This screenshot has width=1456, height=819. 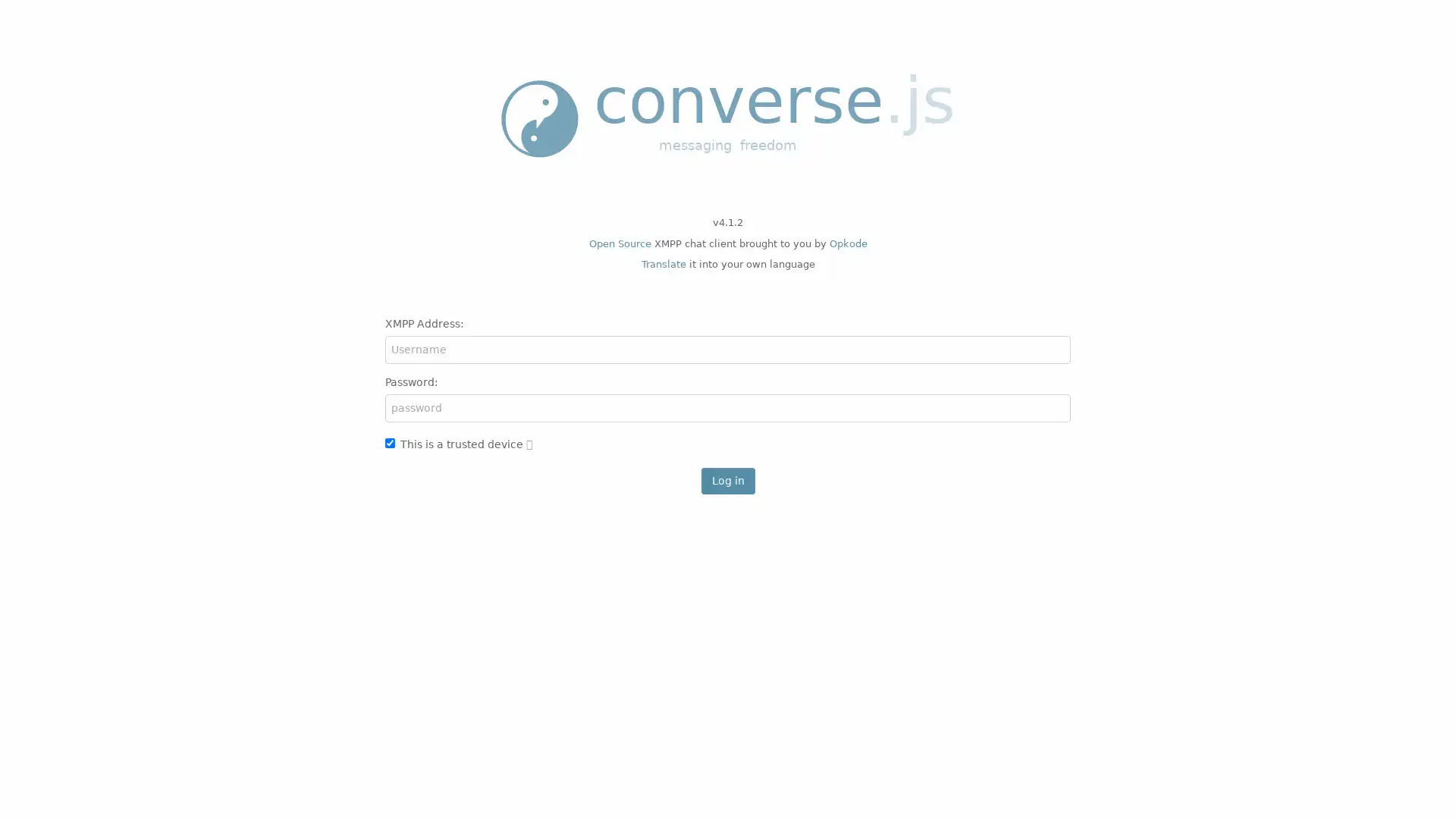 What do you see at coordinates (726, 480) in the screenshot?
I see `Log in` at bounding box center [726, 480].